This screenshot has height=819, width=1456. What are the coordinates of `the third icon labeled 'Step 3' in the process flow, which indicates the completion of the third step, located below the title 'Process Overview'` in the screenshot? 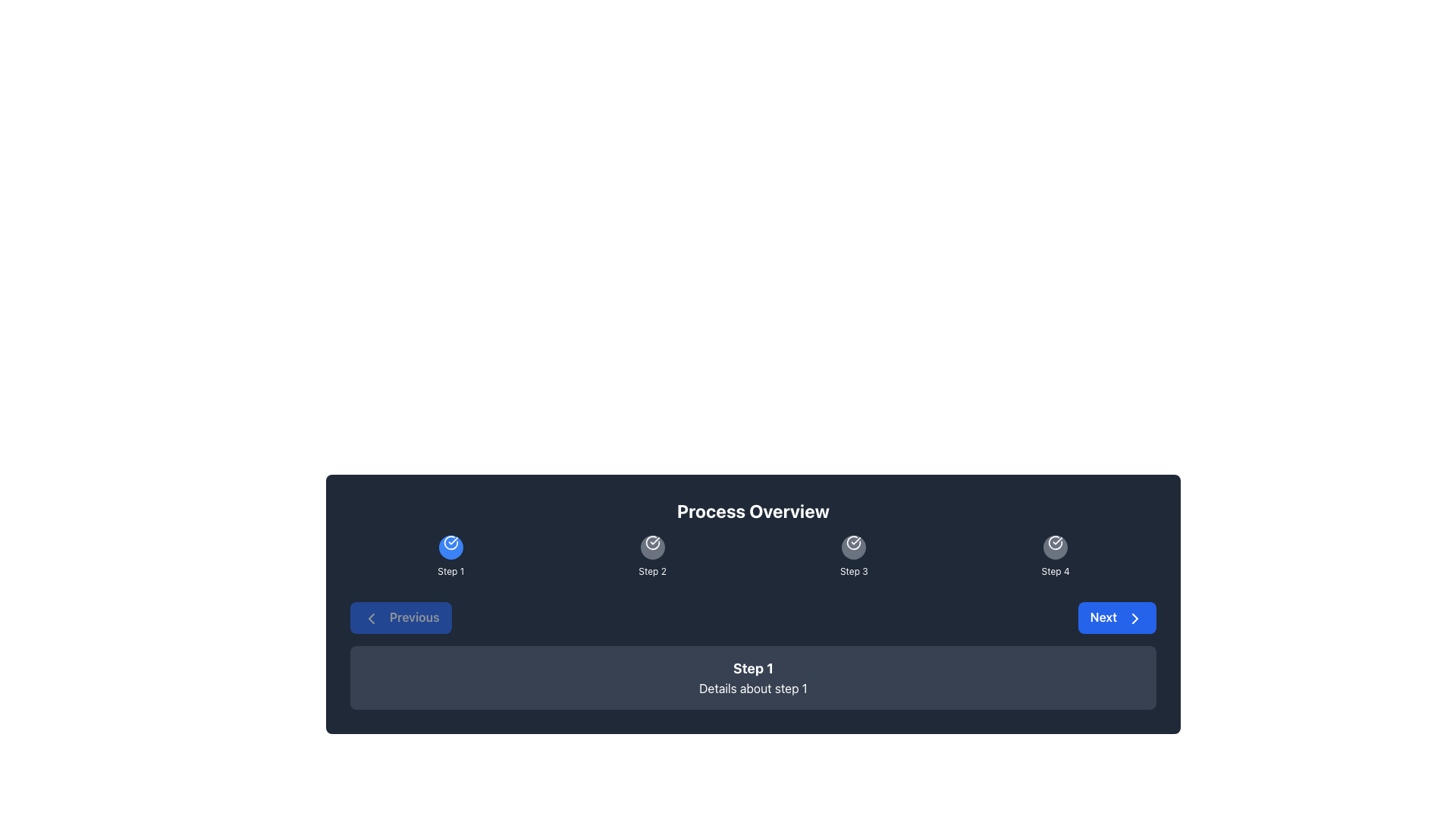 It's located at (854, 547).